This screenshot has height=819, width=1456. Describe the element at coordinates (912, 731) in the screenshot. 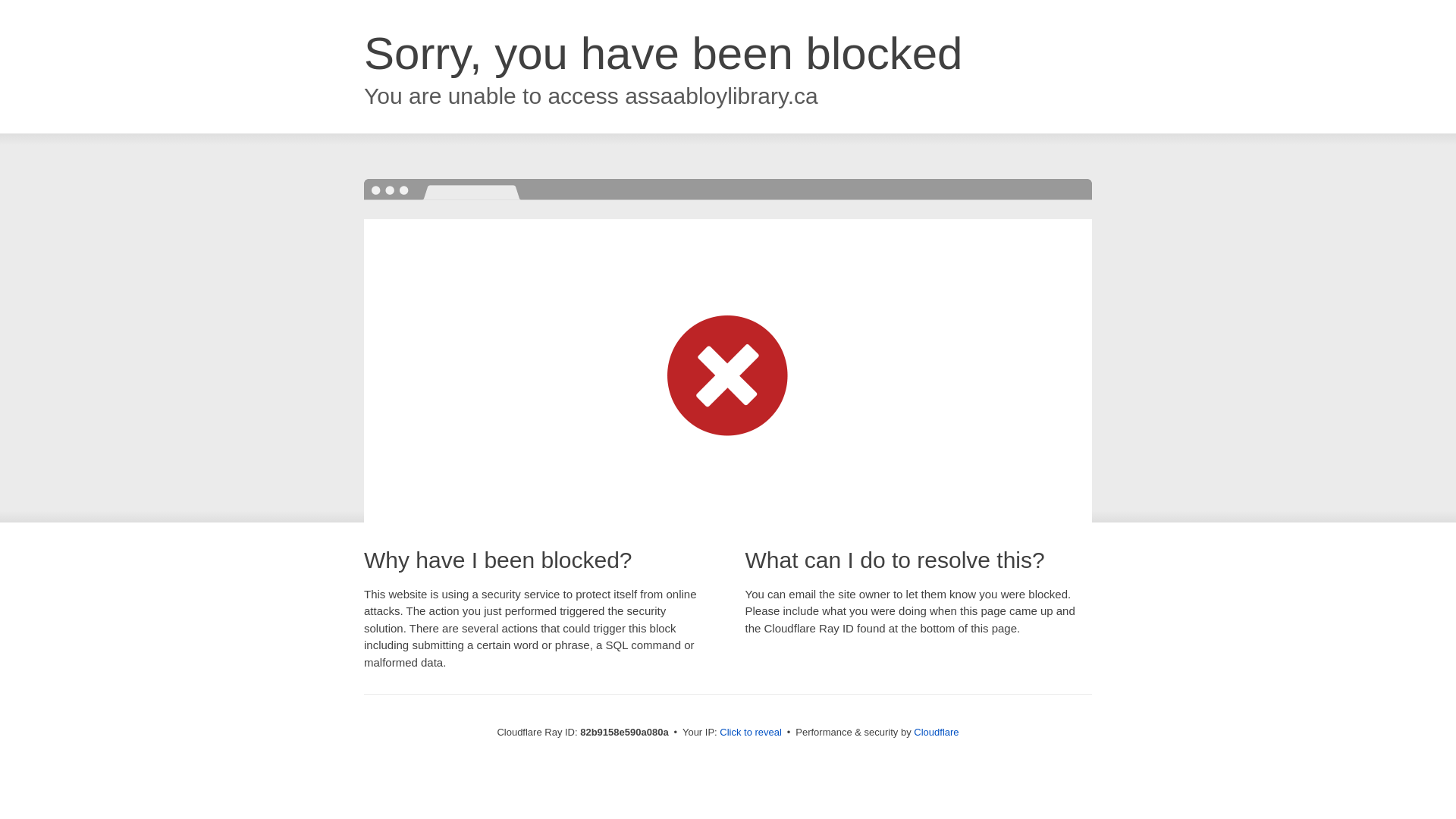

I see `'Cloudflare'` at that location.